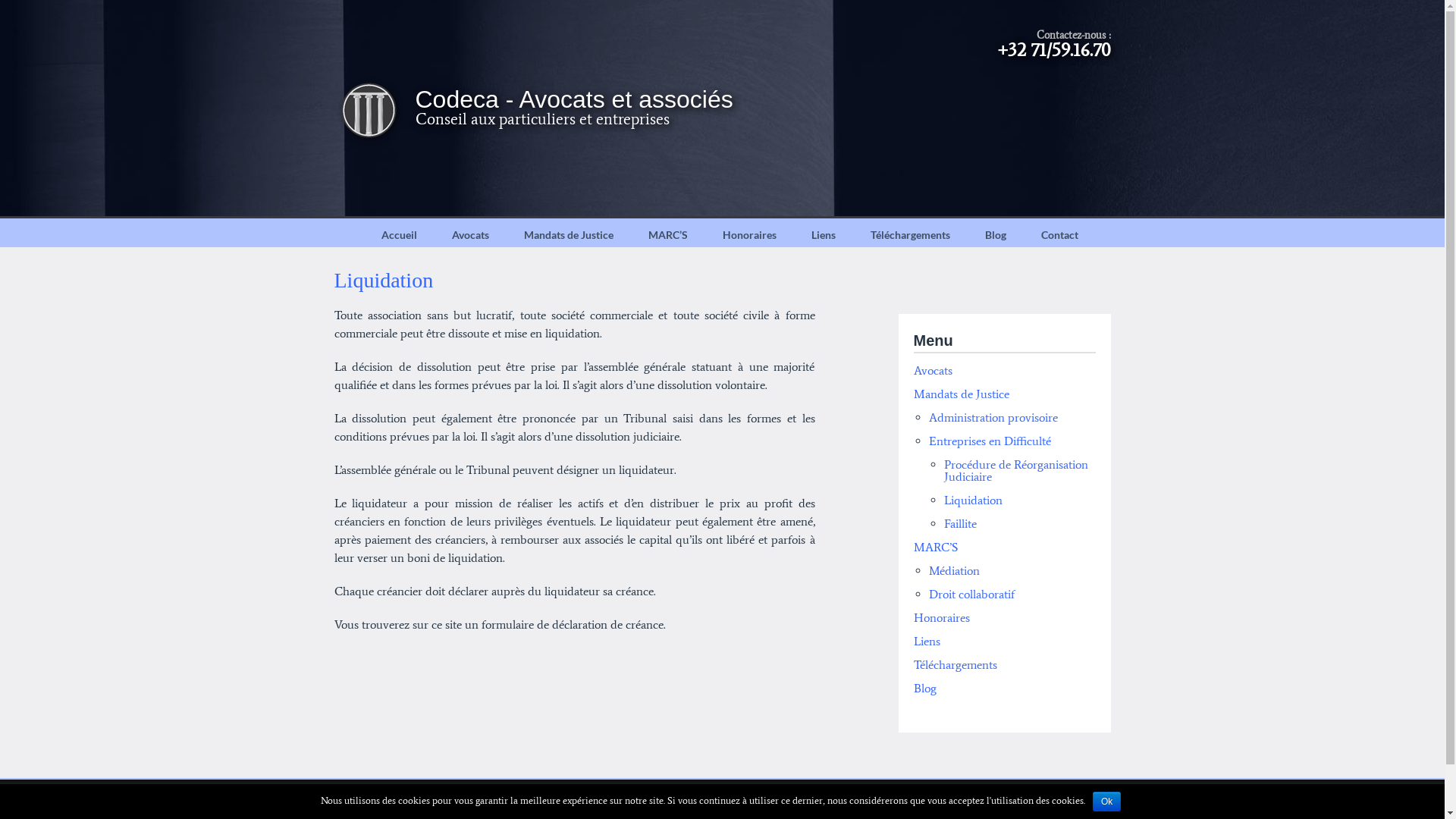  Describe the element at coordinates (996, 234) in the screenshot. I see `'Blog'` at that location.